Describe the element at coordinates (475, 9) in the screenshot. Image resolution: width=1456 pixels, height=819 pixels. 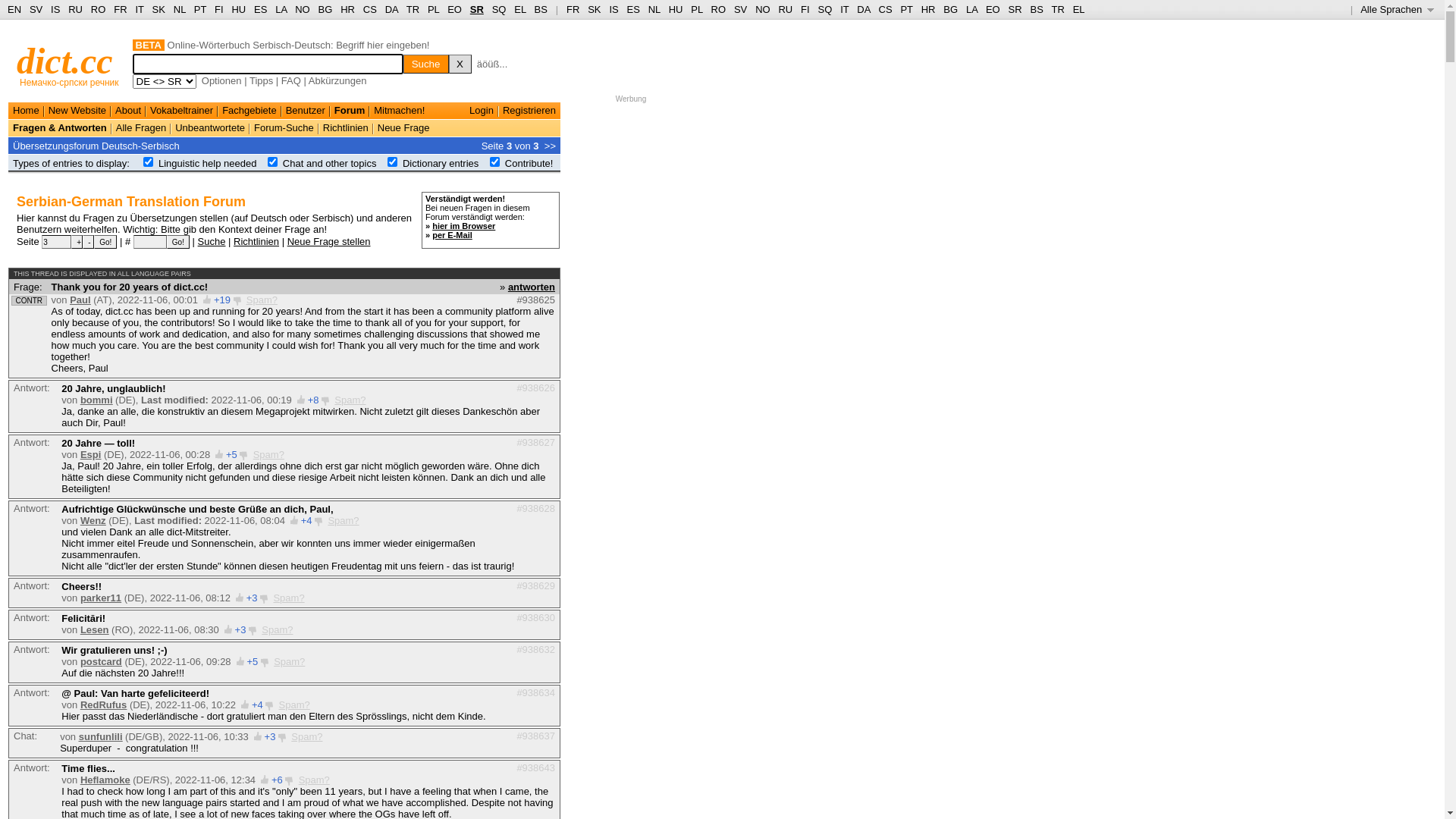
I see `'SR'` at that location.